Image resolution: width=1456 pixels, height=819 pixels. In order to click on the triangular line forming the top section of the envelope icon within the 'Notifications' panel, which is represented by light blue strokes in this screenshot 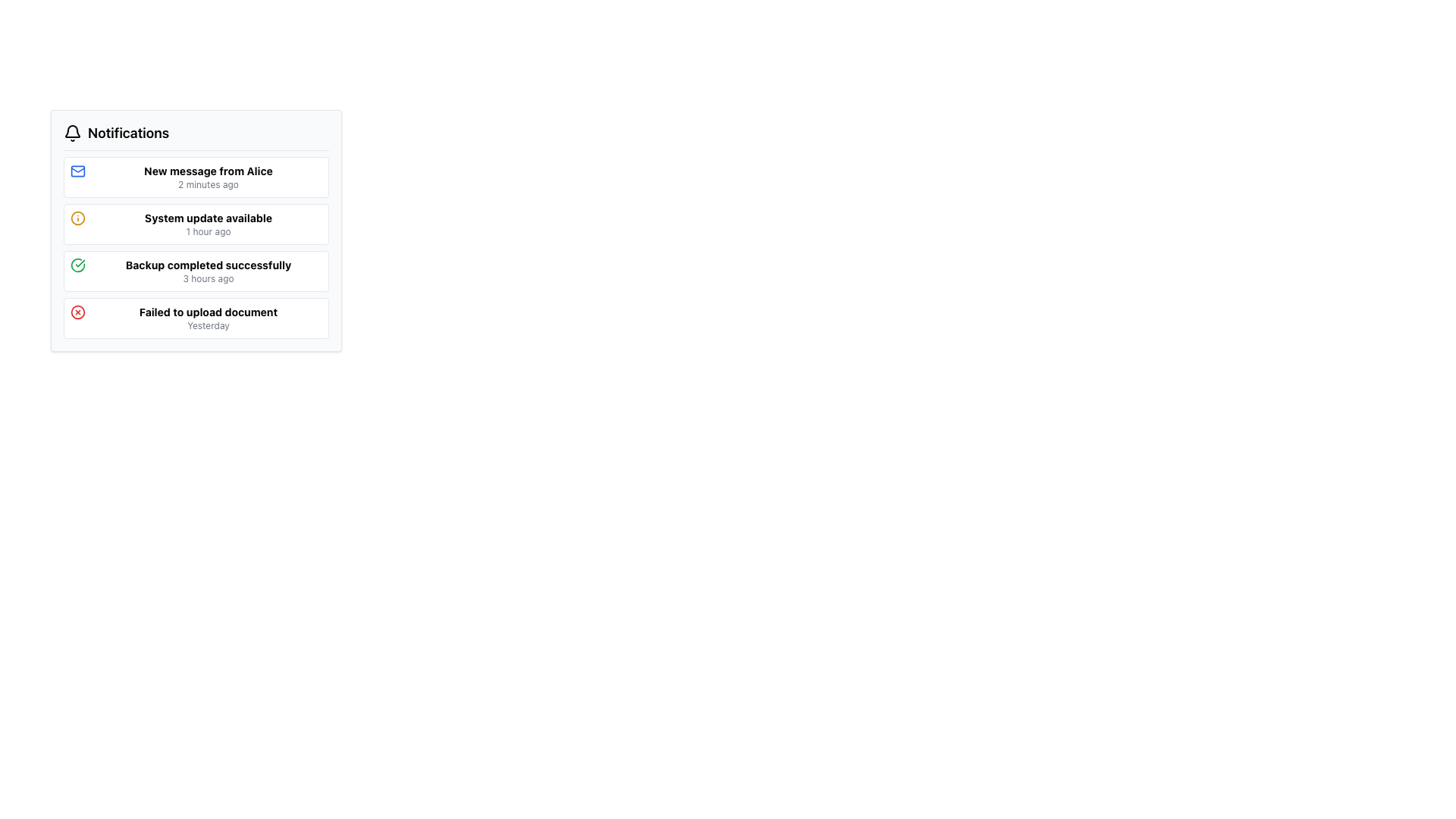, I will do `click(77, 169)`.